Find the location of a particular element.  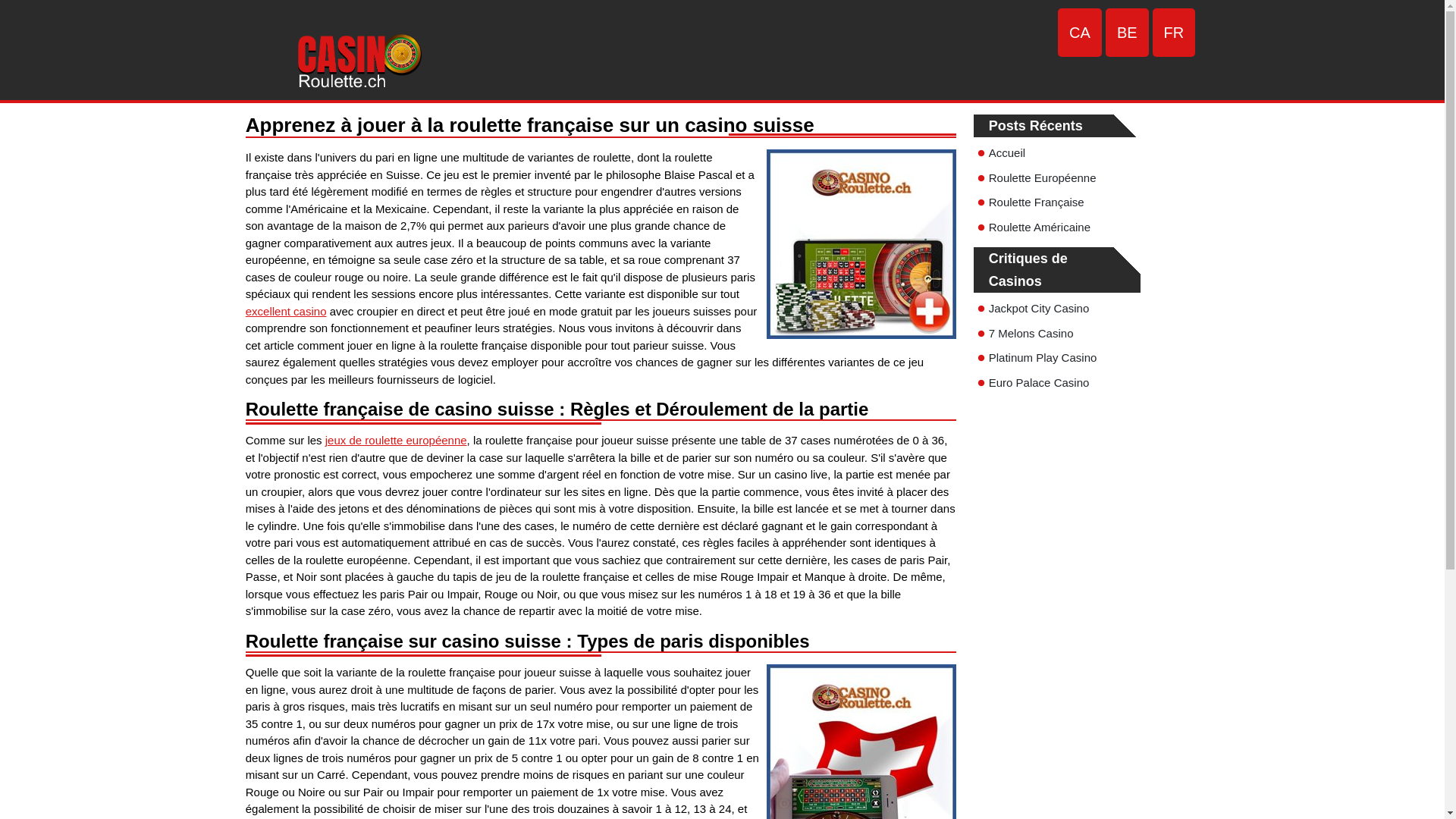

'CA' is located at coordinates (1057, 32).